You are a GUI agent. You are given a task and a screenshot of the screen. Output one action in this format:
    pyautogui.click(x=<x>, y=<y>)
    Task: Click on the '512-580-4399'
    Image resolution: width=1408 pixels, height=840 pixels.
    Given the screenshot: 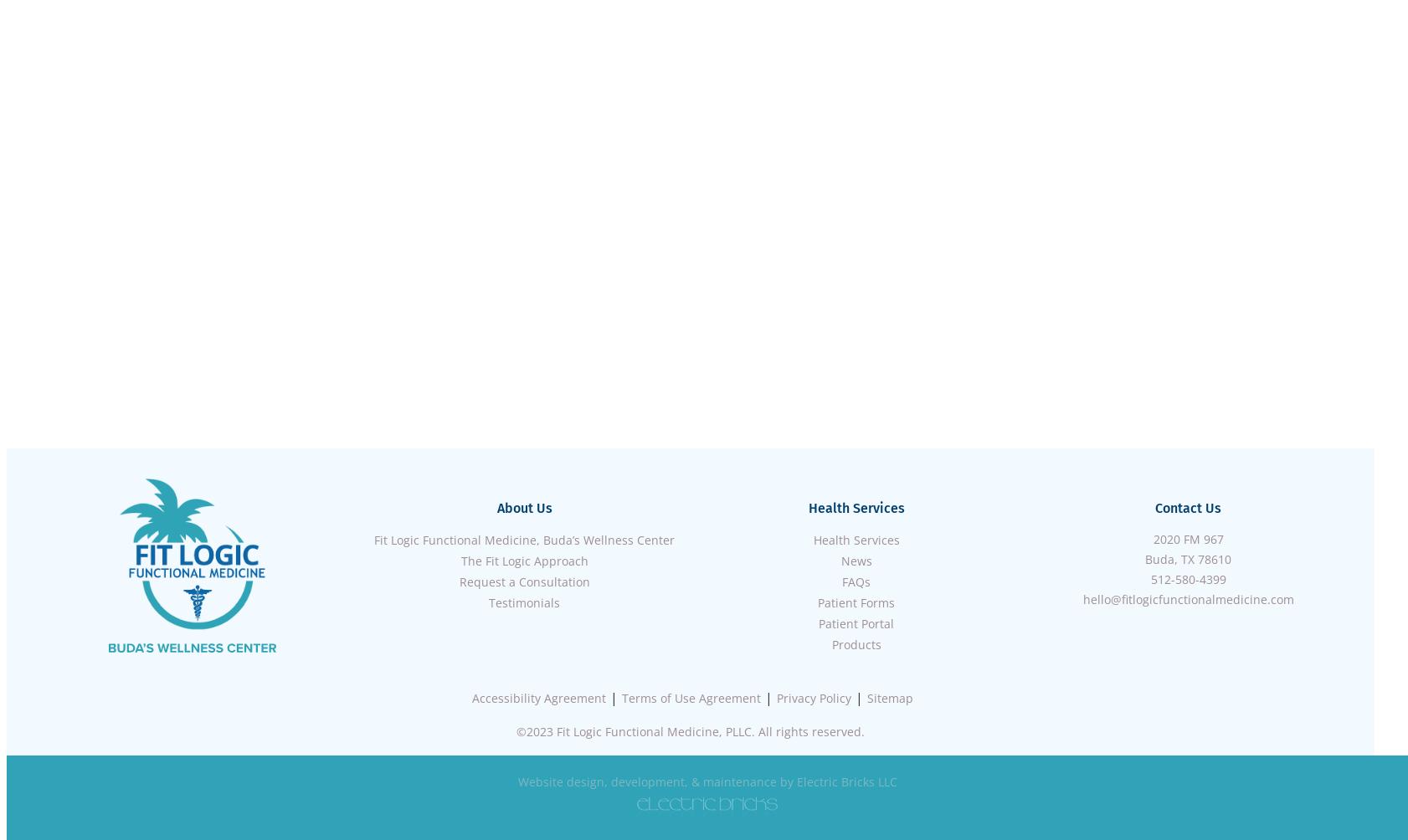 What is the action you would take?
    pyautogui.click(x=1150, y=578)
    